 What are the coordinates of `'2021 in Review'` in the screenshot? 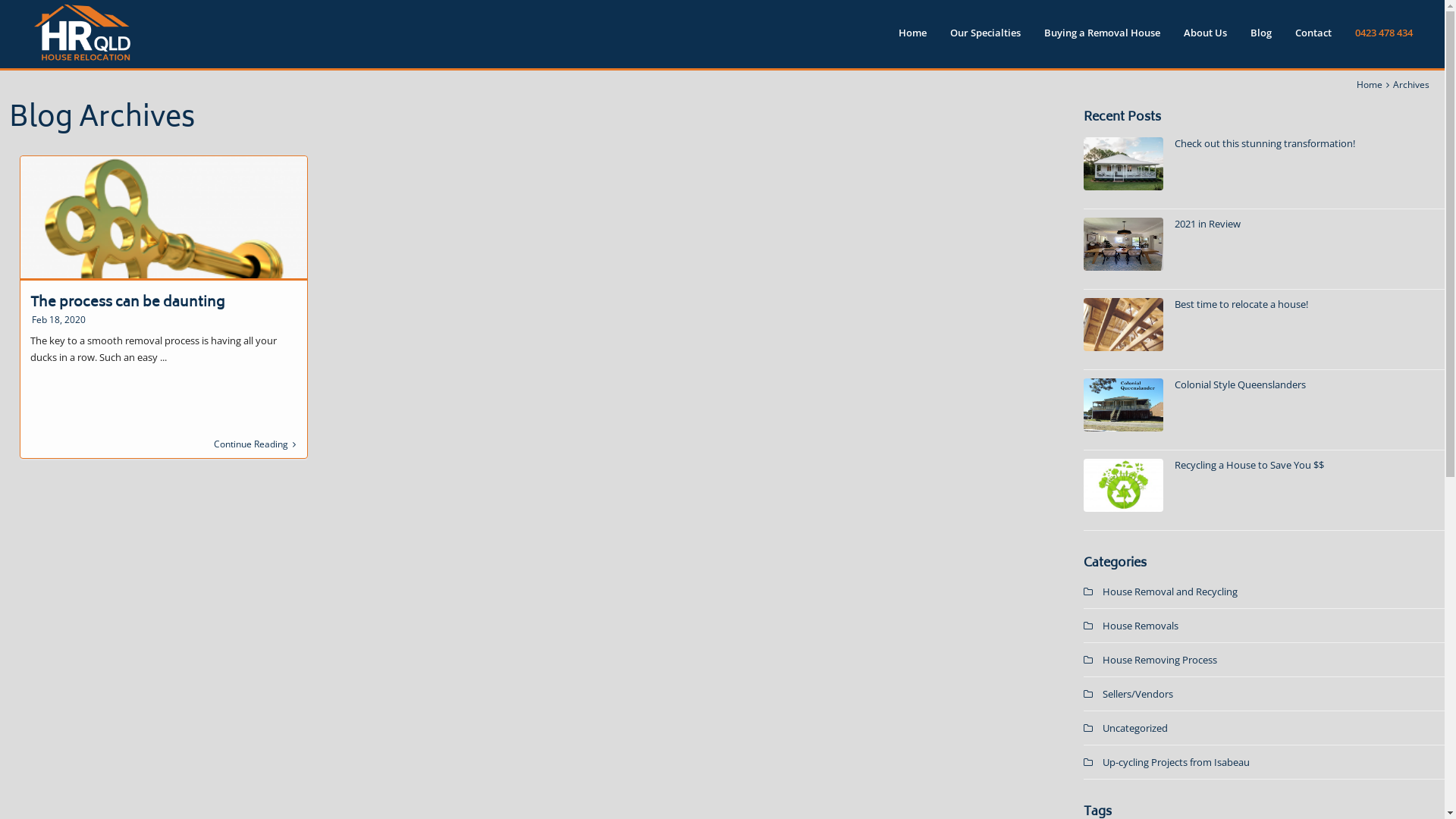 It's located at (1207, 223).